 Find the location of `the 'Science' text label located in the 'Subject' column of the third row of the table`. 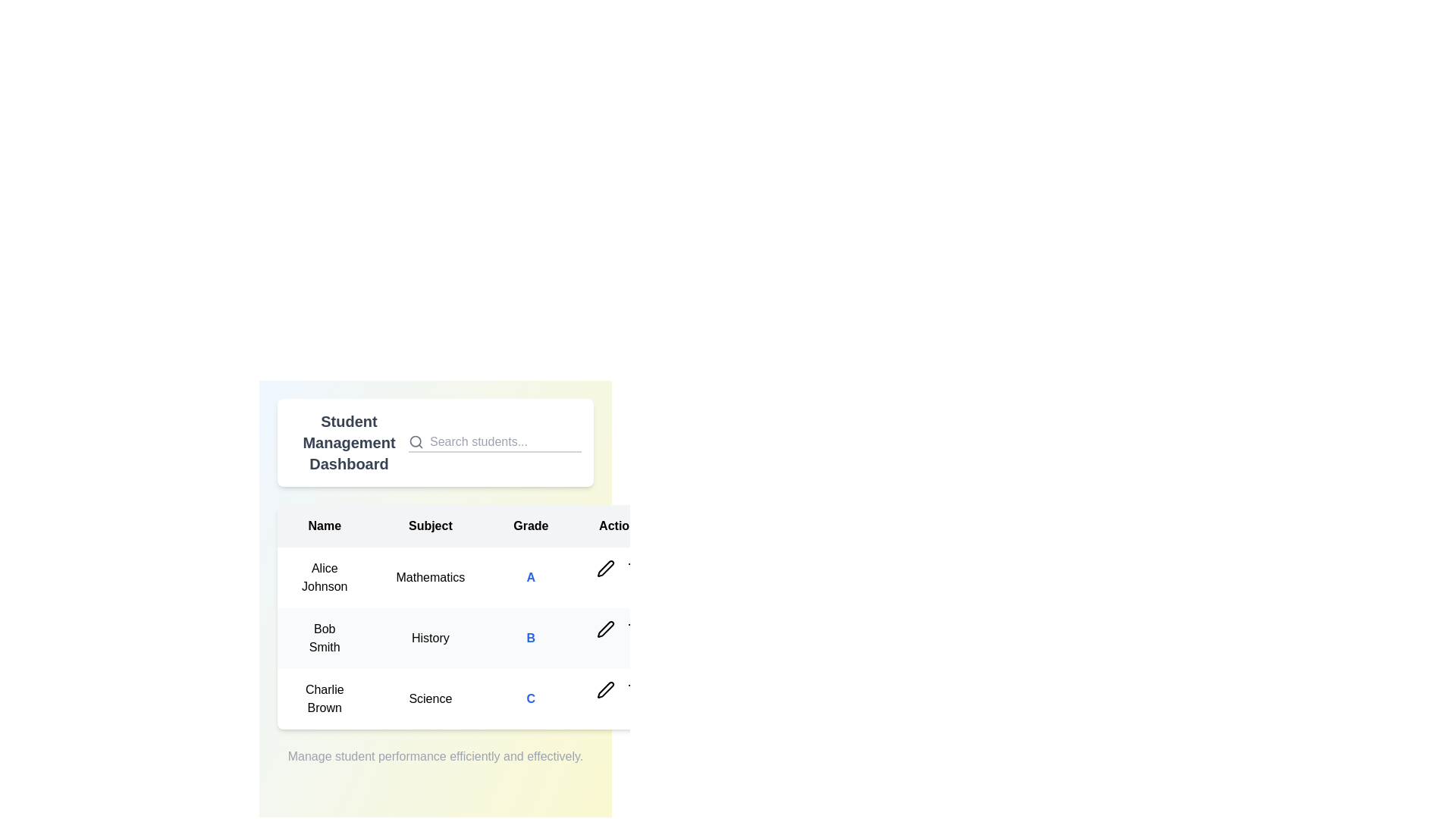

the 'Science' text label located in the 'Subject' column of the third row of the table is located at coordinates (429, 698).